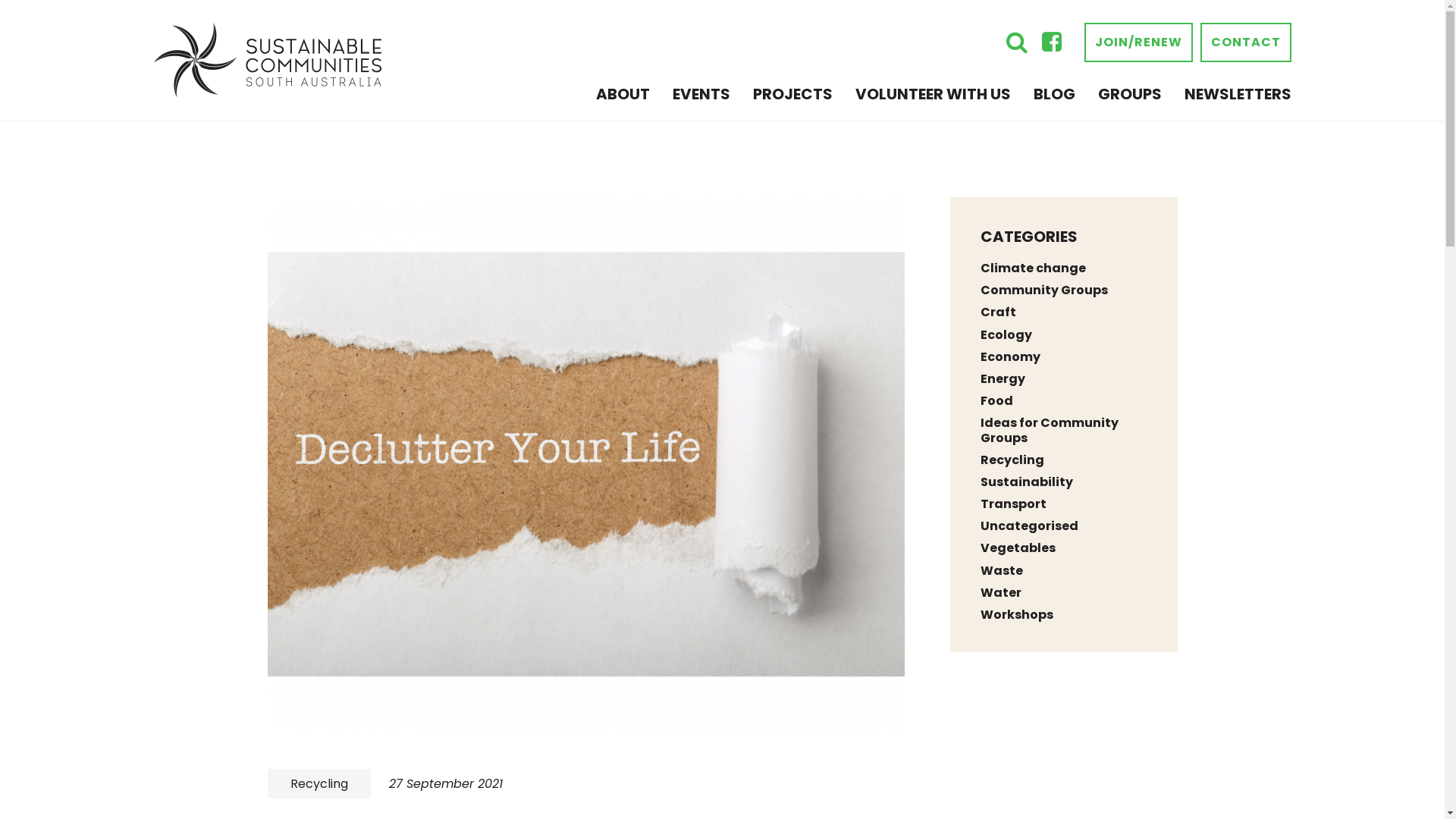 Image resolution: width=1456 pixels, height=819 pixels. What do you see at coordinates (979, 614) in the screenshot?
I see `'Workshops'` at bounding box center [979, 614].